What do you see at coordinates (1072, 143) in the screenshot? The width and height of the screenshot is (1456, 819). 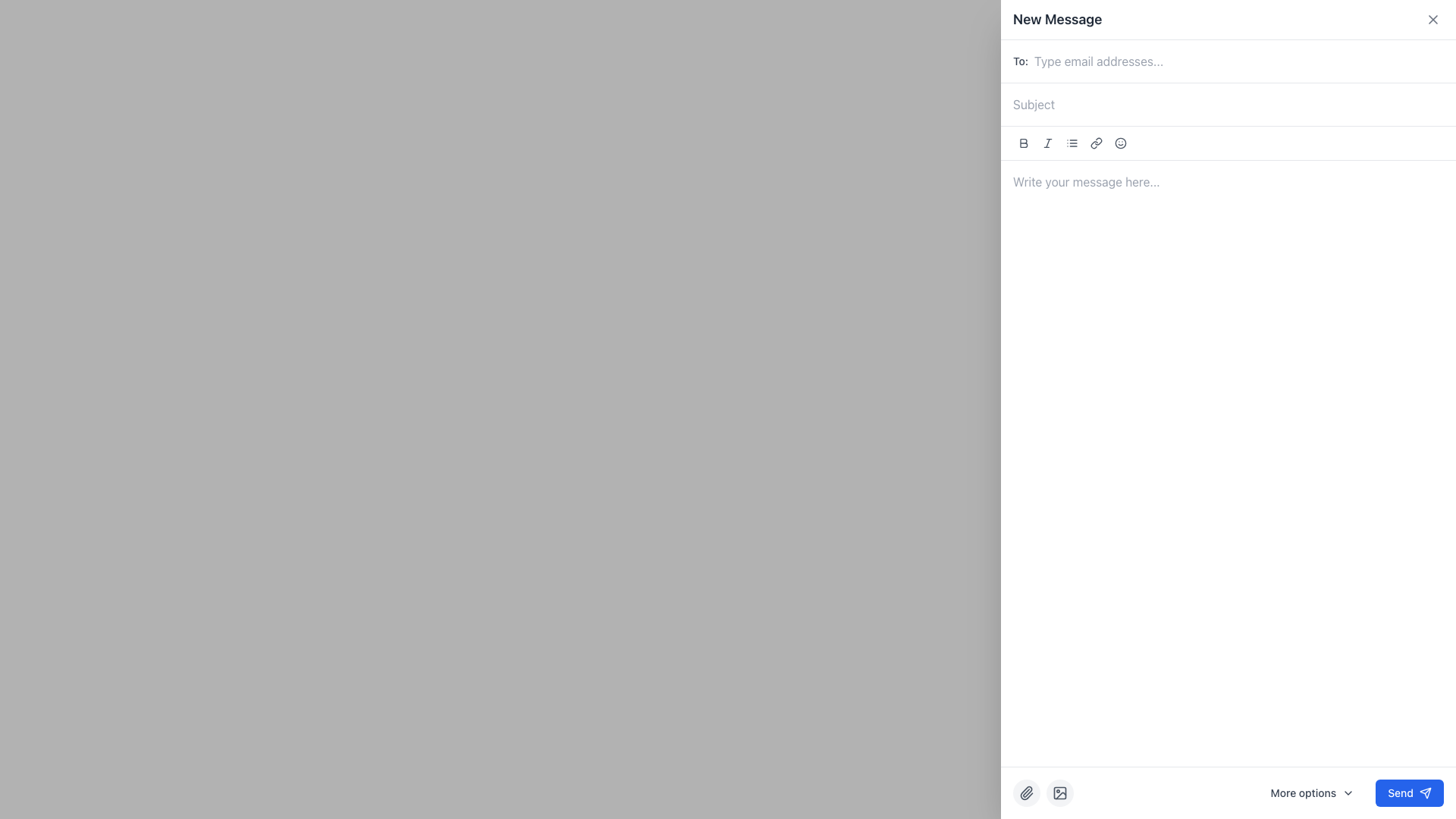 I see `the list mode icon located in the upper section of the input form, specifically in the toolbar above the message input field` at bounding box center [1072, 143].